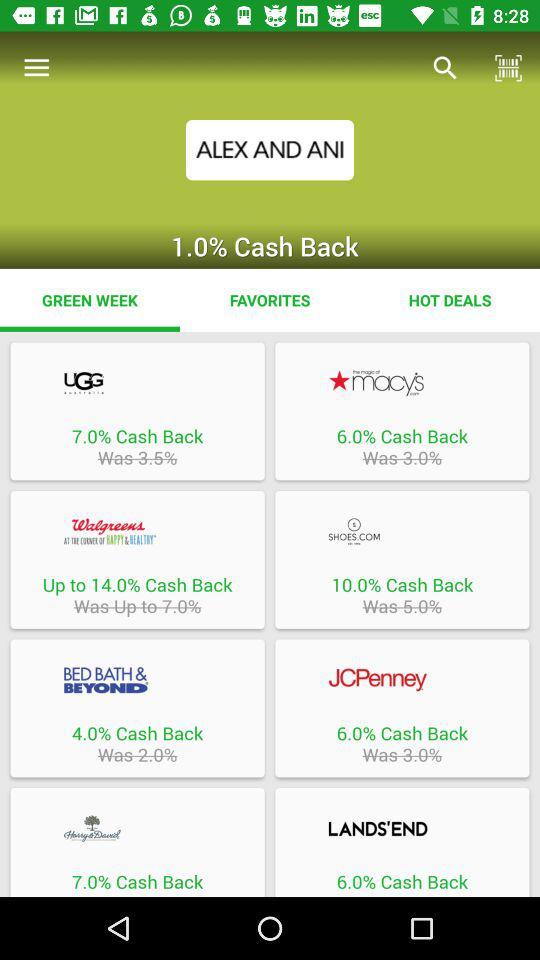 This screenshot has height=960, width=540. What do you see at coordinates (402, 382) in the screenshot?
I see `macy 's website` at bounding box center [402, 382].